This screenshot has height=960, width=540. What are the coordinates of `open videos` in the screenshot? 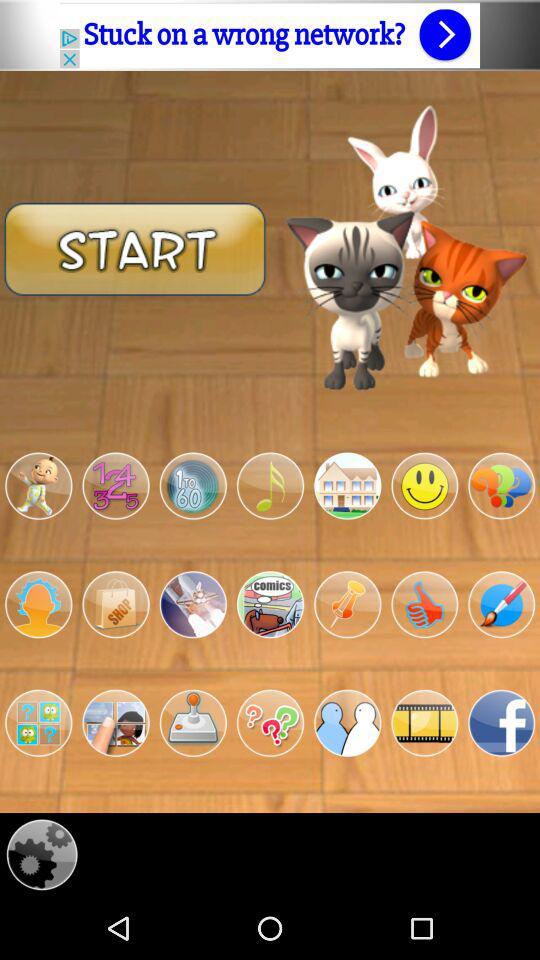 It's located at (423, 722).